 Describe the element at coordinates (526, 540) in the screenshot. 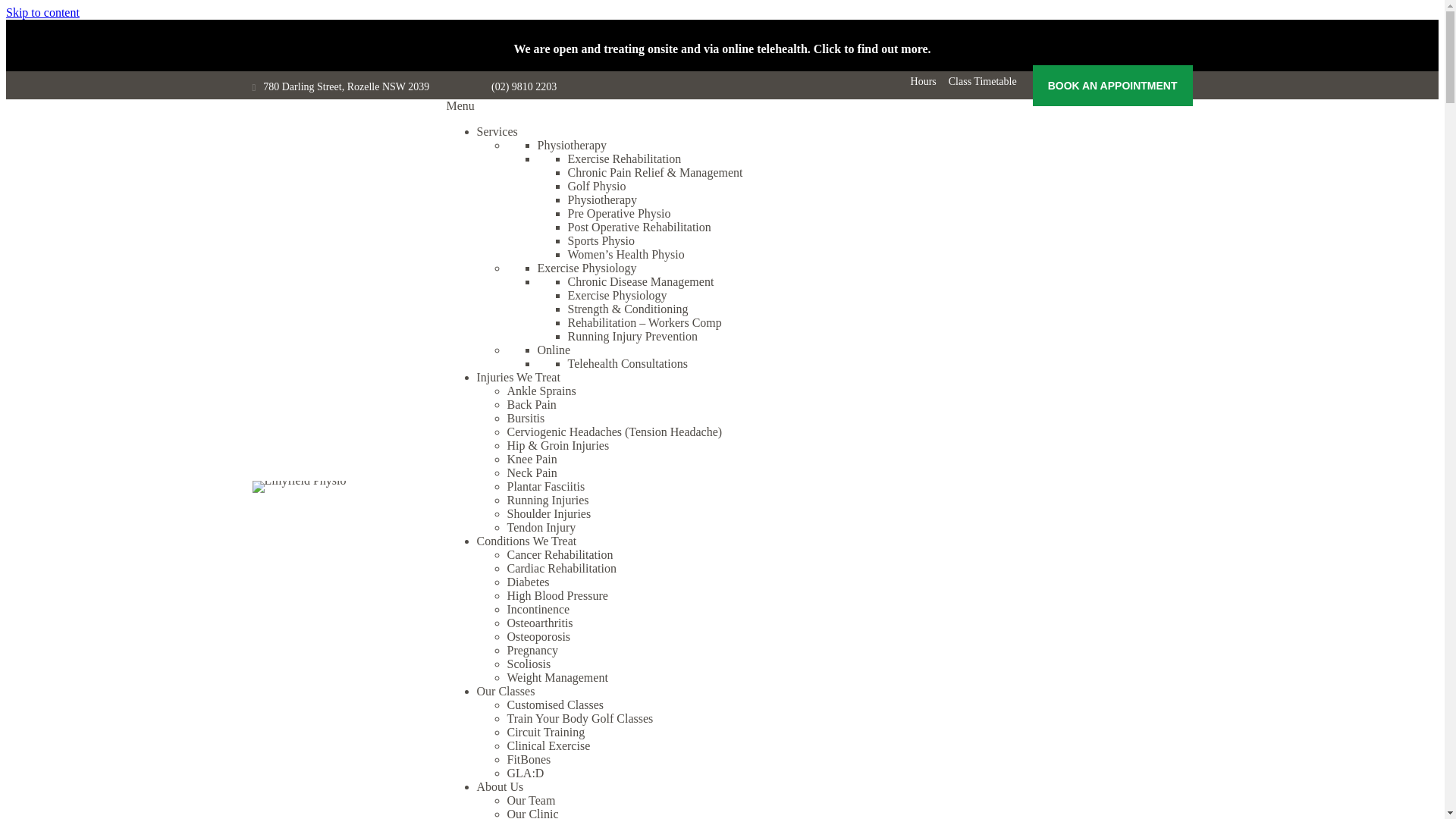

I see `'Conditions We Treat'` at that location.